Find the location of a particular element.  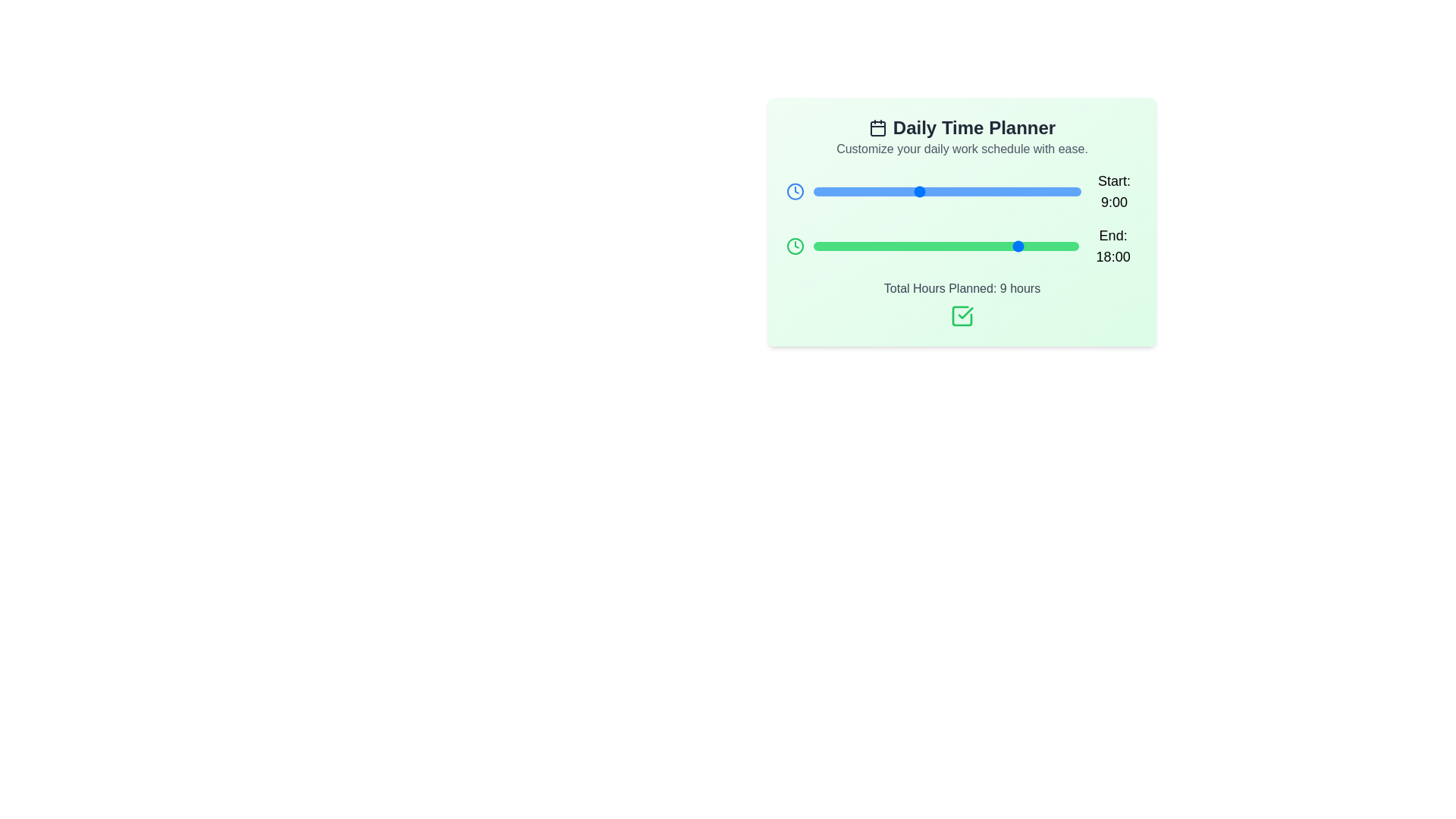

the 'End' slider to set the end time to 15:00 is located at coordinates (987, 245).